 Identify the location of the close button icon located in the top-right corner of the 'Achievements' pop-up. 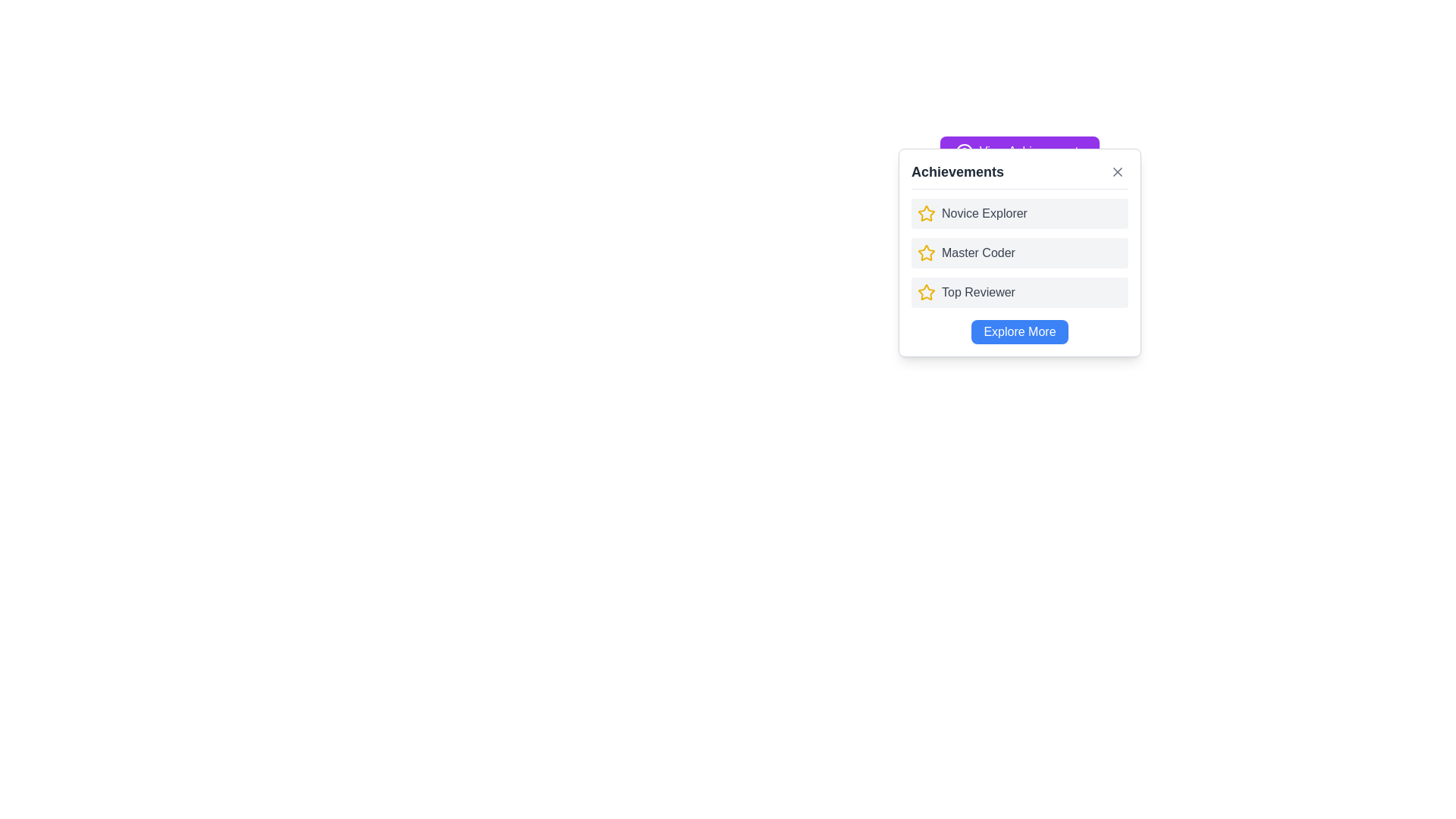
(1117, 171).